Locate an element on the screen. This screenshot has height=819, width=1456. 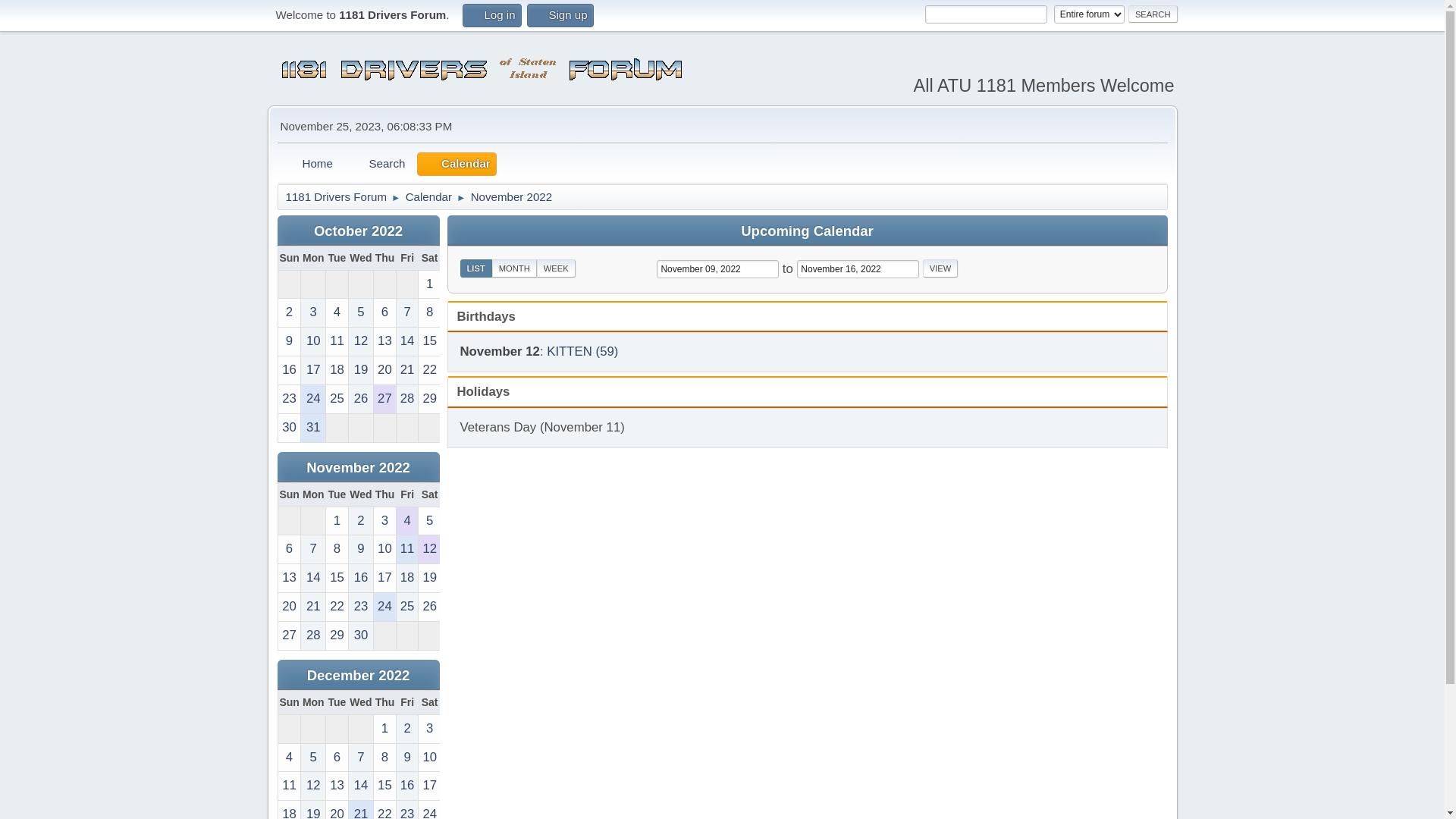
'22' is located at coordinates (419, 370).